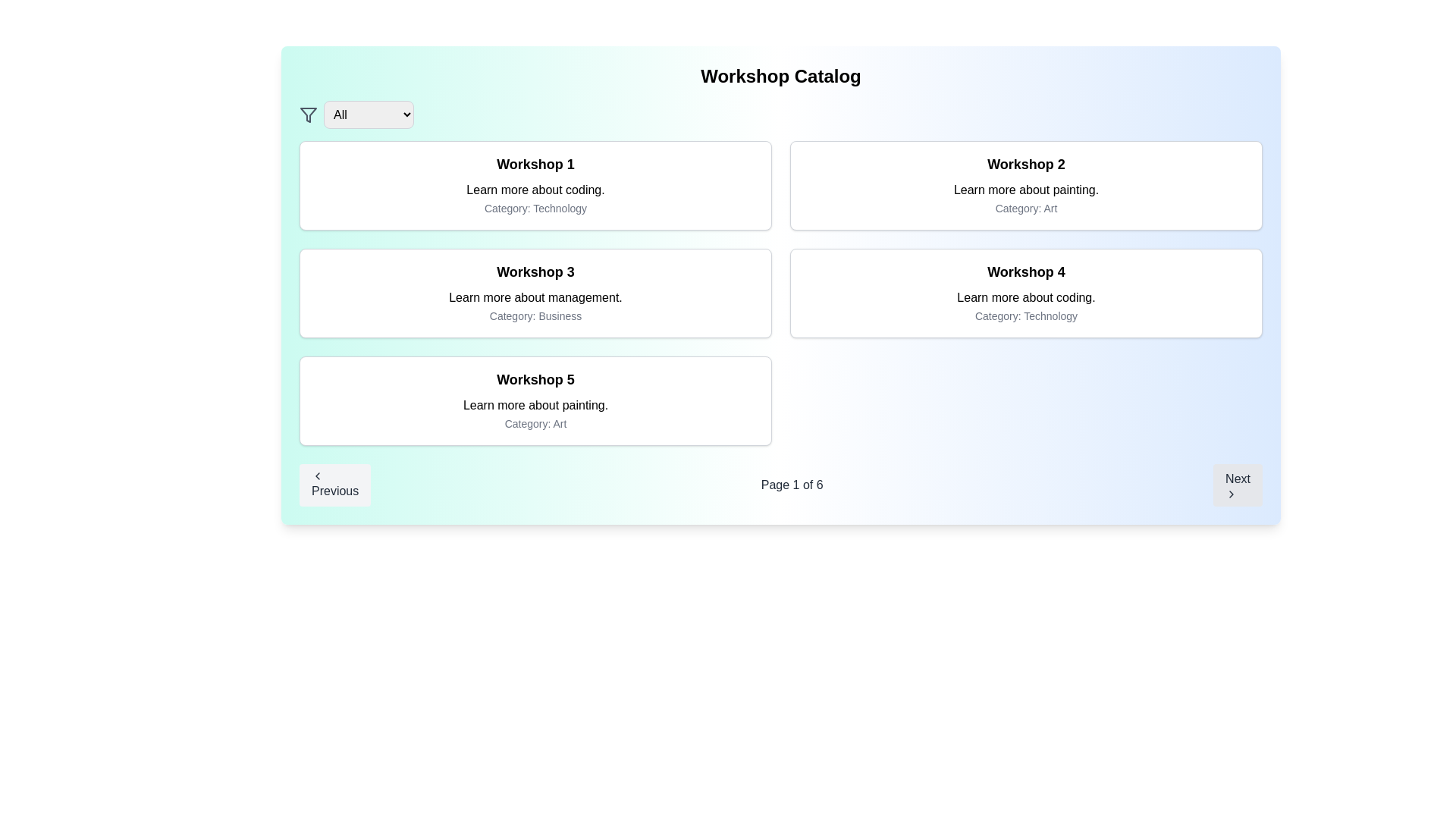  I want to click on current page information displayed in the middle text area of the Pagination navigation component, which shows 'Page 1 of 6', so click(781, 485).